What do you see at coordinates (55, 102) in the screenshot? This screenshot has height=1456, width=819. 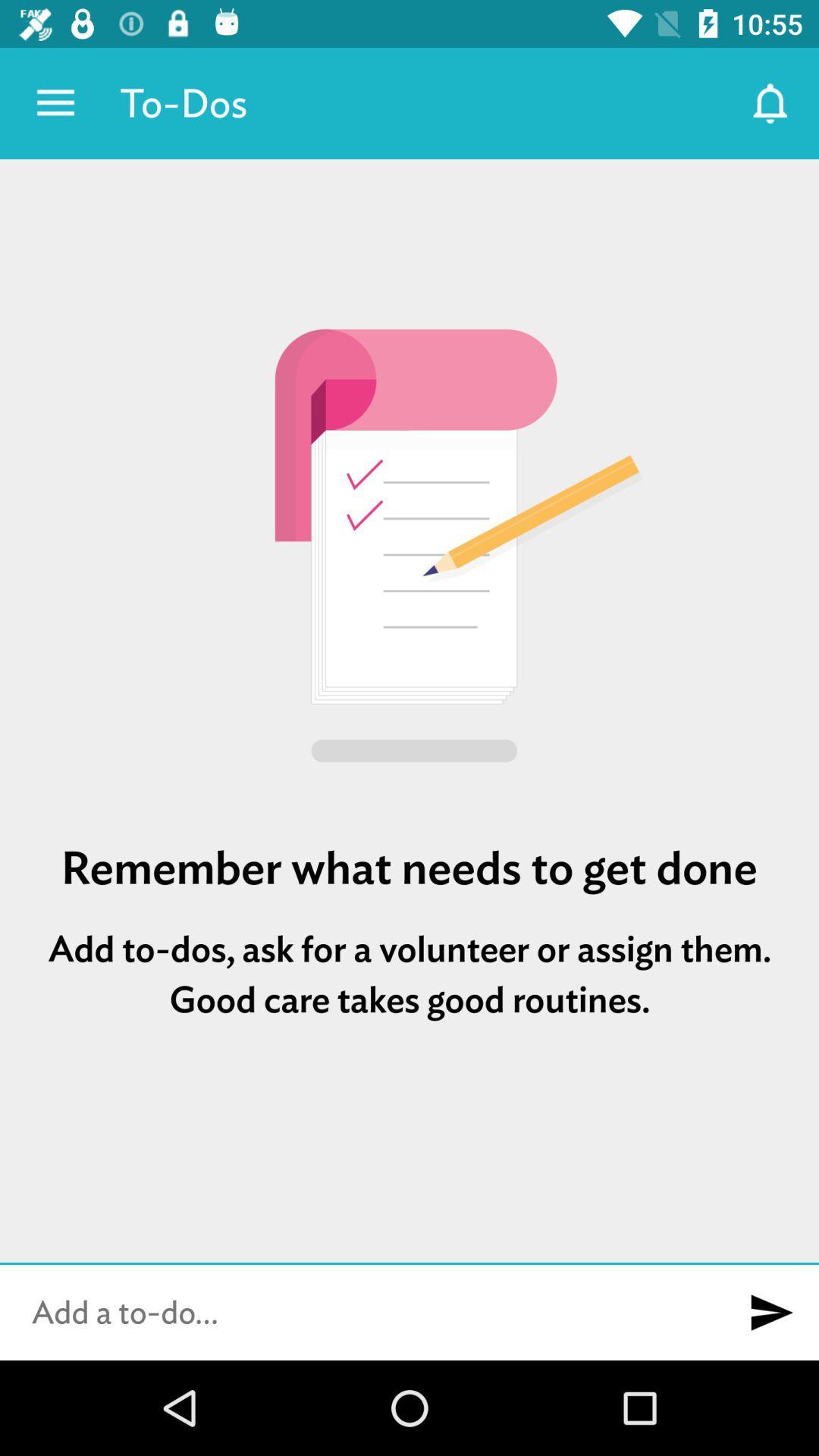 I see `item to the left of the to-dos` at bounding box center [55, 102].